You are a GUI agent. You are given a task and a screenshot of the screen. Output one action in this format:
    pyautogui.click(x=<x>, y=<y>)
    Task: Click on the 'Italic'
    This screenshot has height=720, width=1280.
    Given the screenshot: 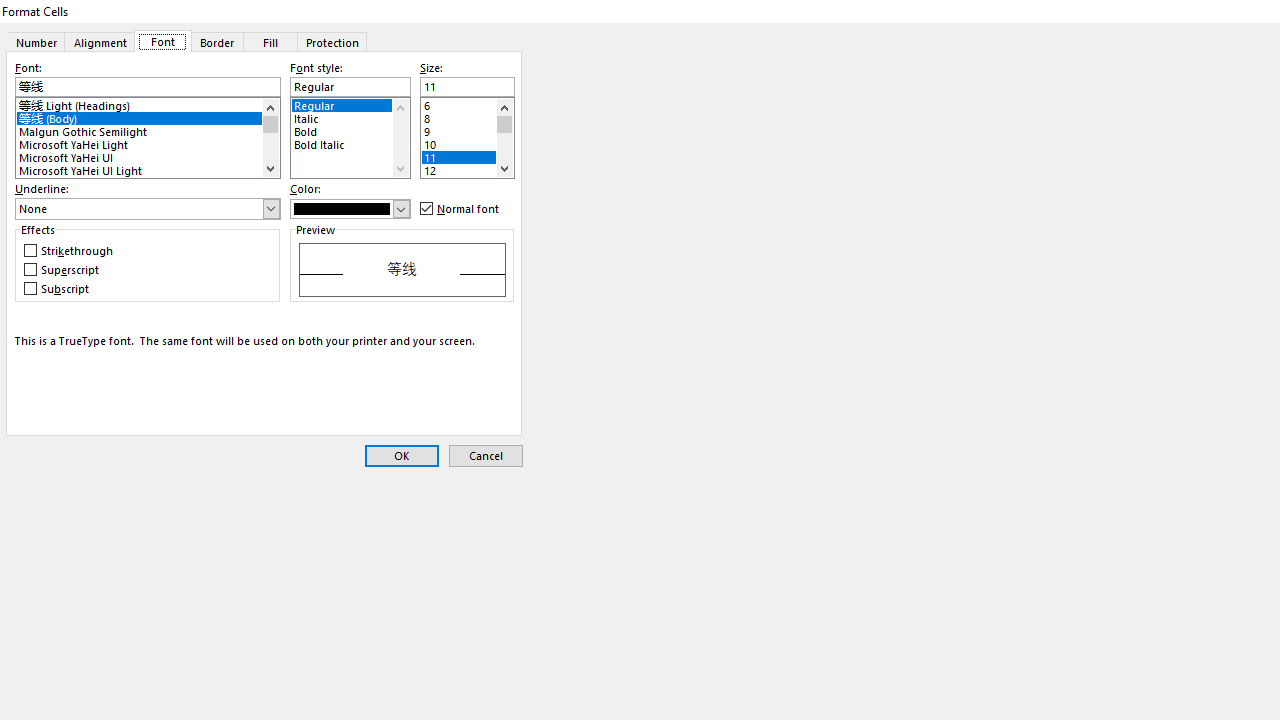 What is the action you would take?
    pyautogui.click(x=350, y=116)
    